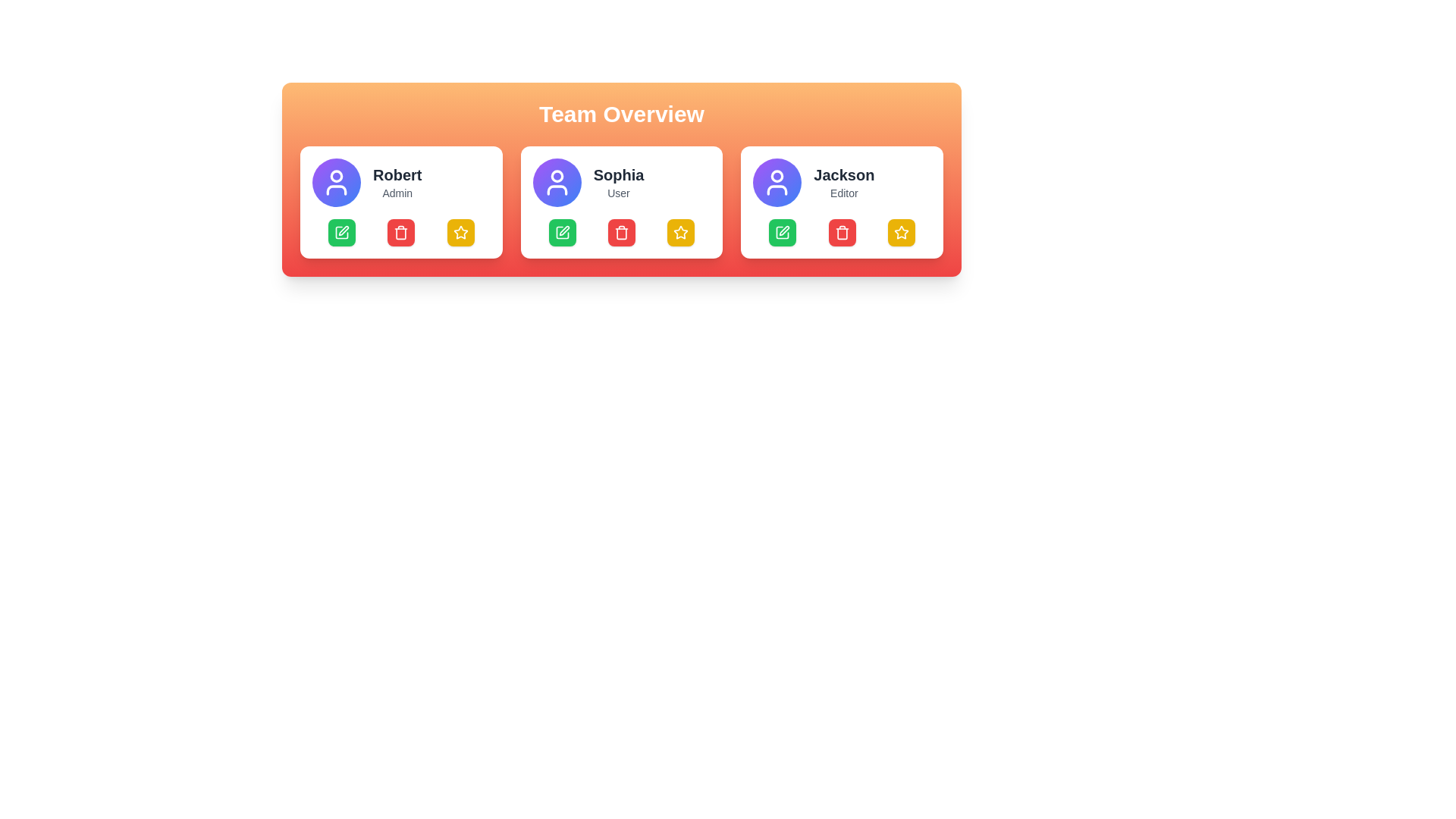  What do you see at coordinates (841, 233) in the screenshot?
I see `the red trash can button located in the 'Jackson' card under 'Team Overview'` at bounding box center [841, 233].